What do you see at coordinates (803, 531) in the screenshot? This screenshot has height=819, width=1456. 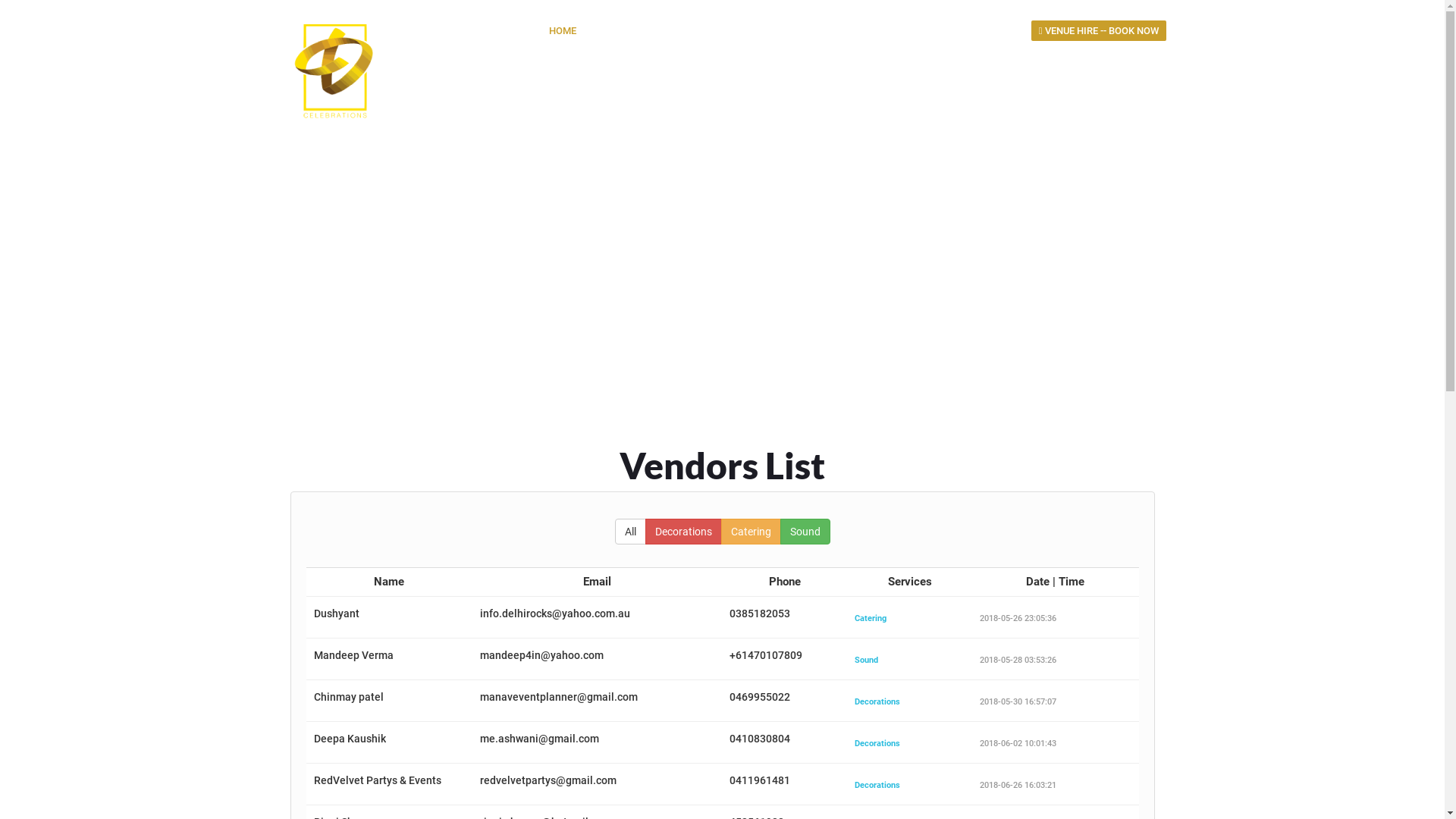 I see `'Sound'` at bounding box center [803, 531].